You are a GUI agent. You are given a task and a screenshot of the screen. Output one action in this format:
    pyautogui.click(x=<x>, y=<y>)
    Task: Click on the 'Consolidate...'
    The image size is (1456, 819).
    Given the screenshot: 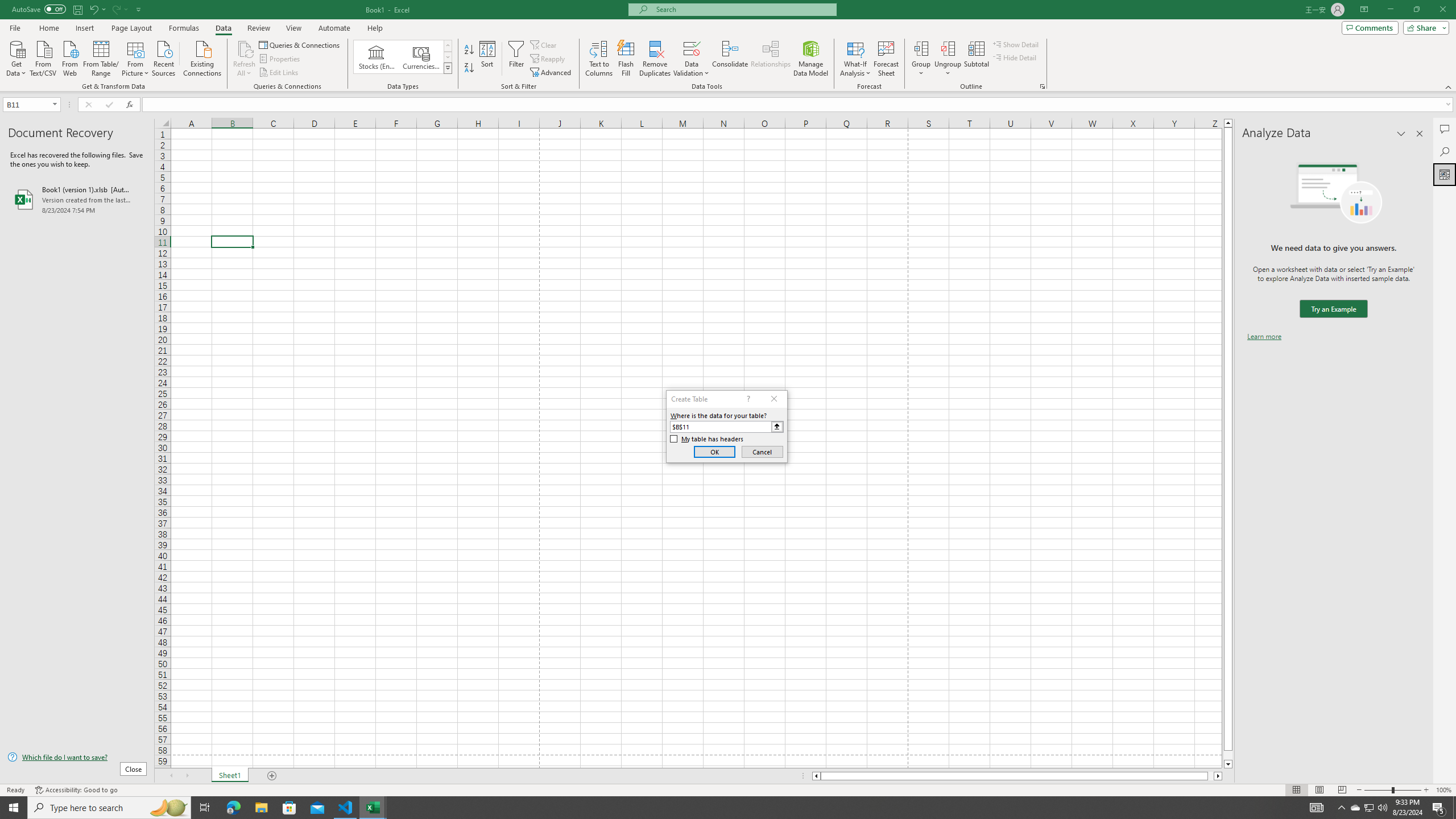 What is the action you would take?
    pyautogui.click(x=730, y=59)
    